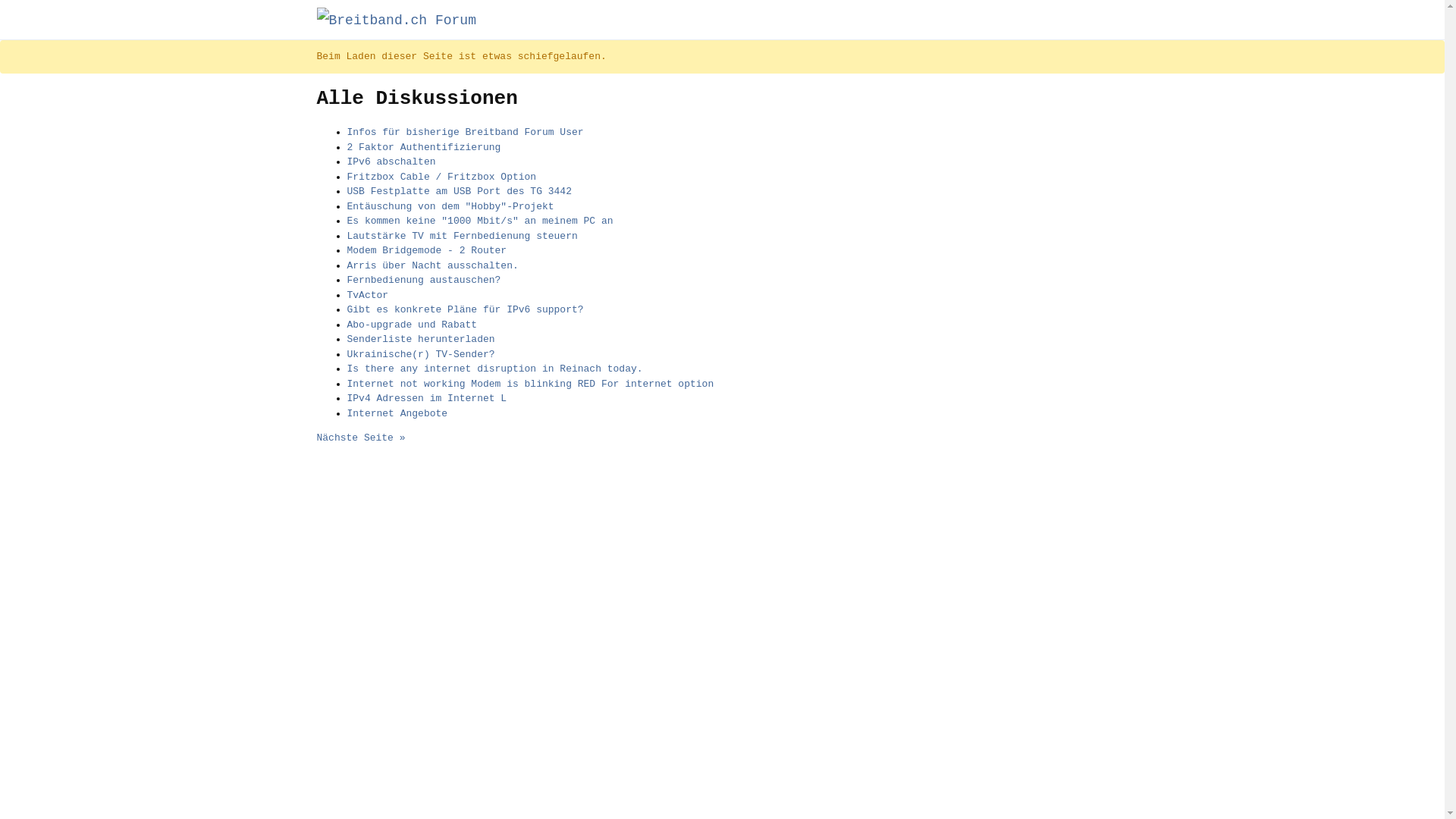 The height and width of the screenshot is (819, 1456). Describe the element at coordinates (346, 413) in the screenshot. I see `'Internet Angebote'` at that location.